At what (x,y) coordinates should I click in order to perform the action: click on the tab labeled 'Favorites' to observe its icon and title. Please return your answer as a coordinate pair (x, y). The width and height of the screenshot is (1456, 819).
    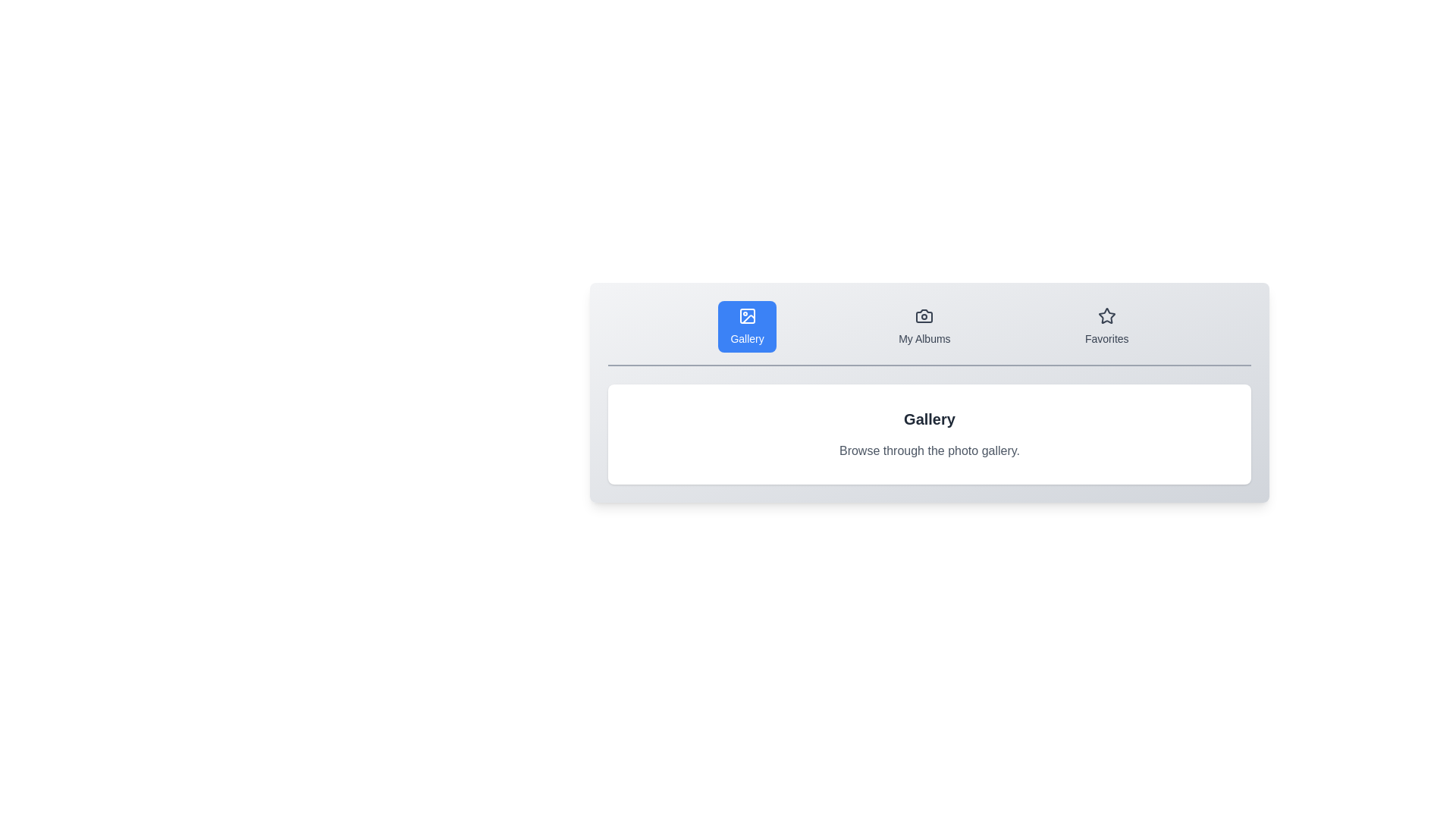
    Looking at the image, I should click on (1106, 326).